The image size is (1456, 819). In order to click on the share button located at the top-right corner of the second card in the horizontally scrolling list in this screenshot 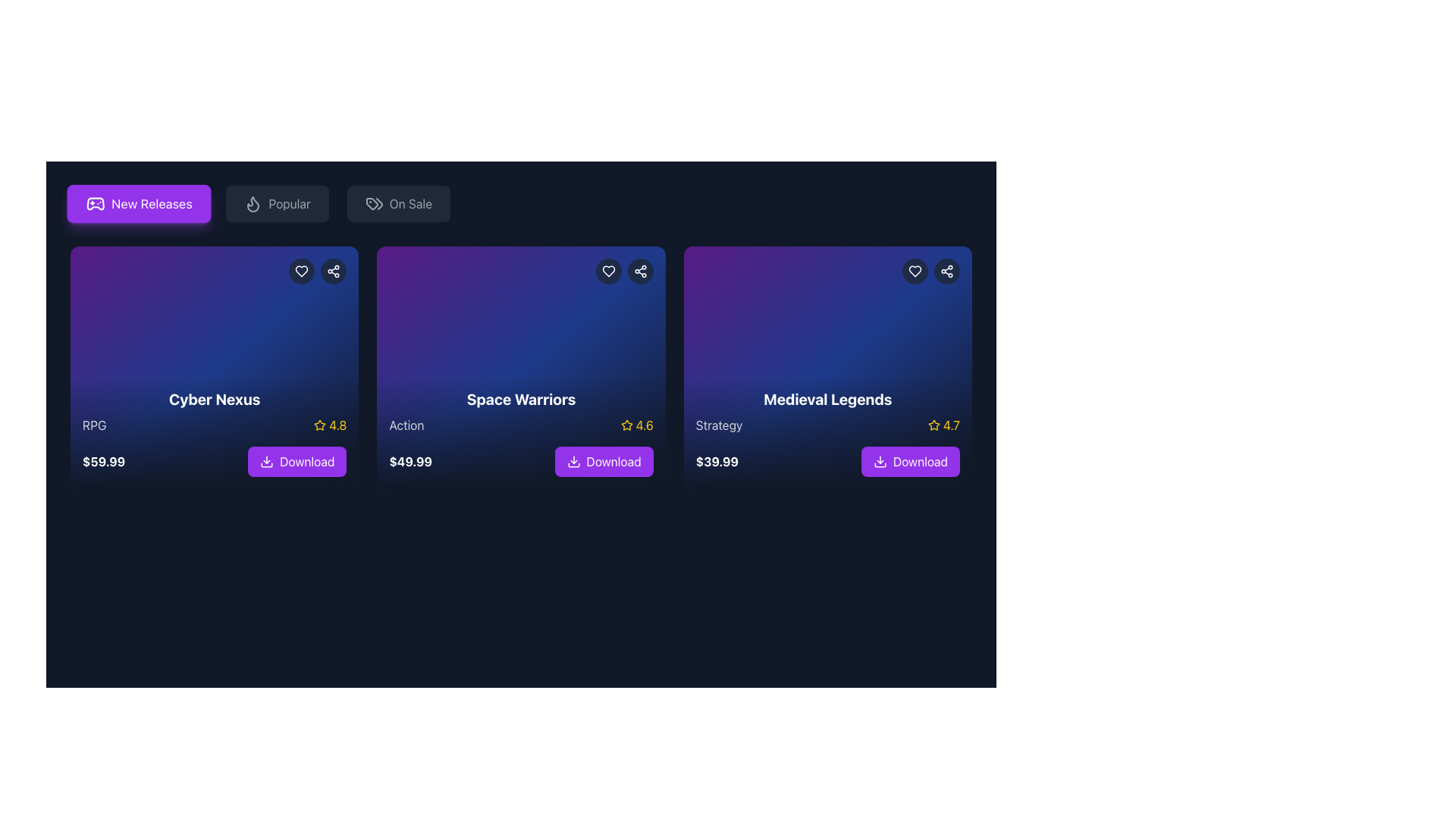, I will do `click(640, 271)`.